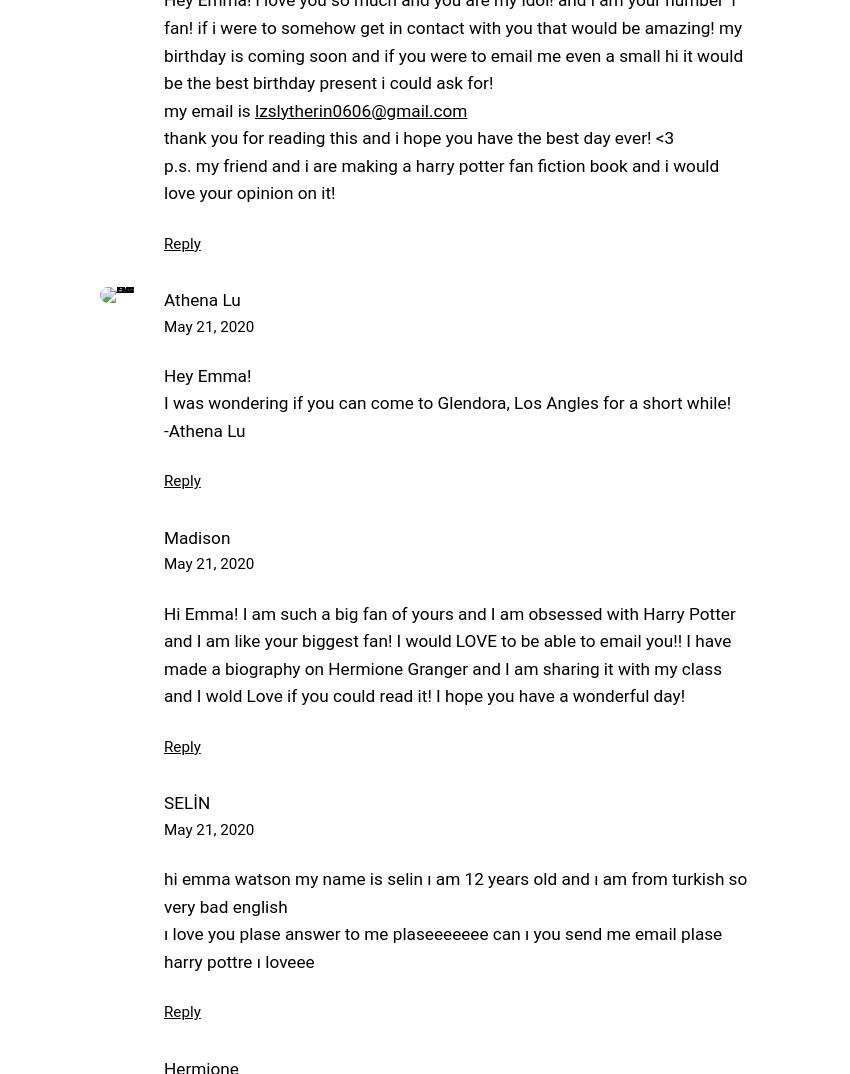 The height and width of the screenshot is (1074, 850). Describe the element at coordinates (440, 179) in the screenshot. I see `'p.s. my friend and i are making a harry potter fan fiction book and i would love your opinion on it!'` at that location.